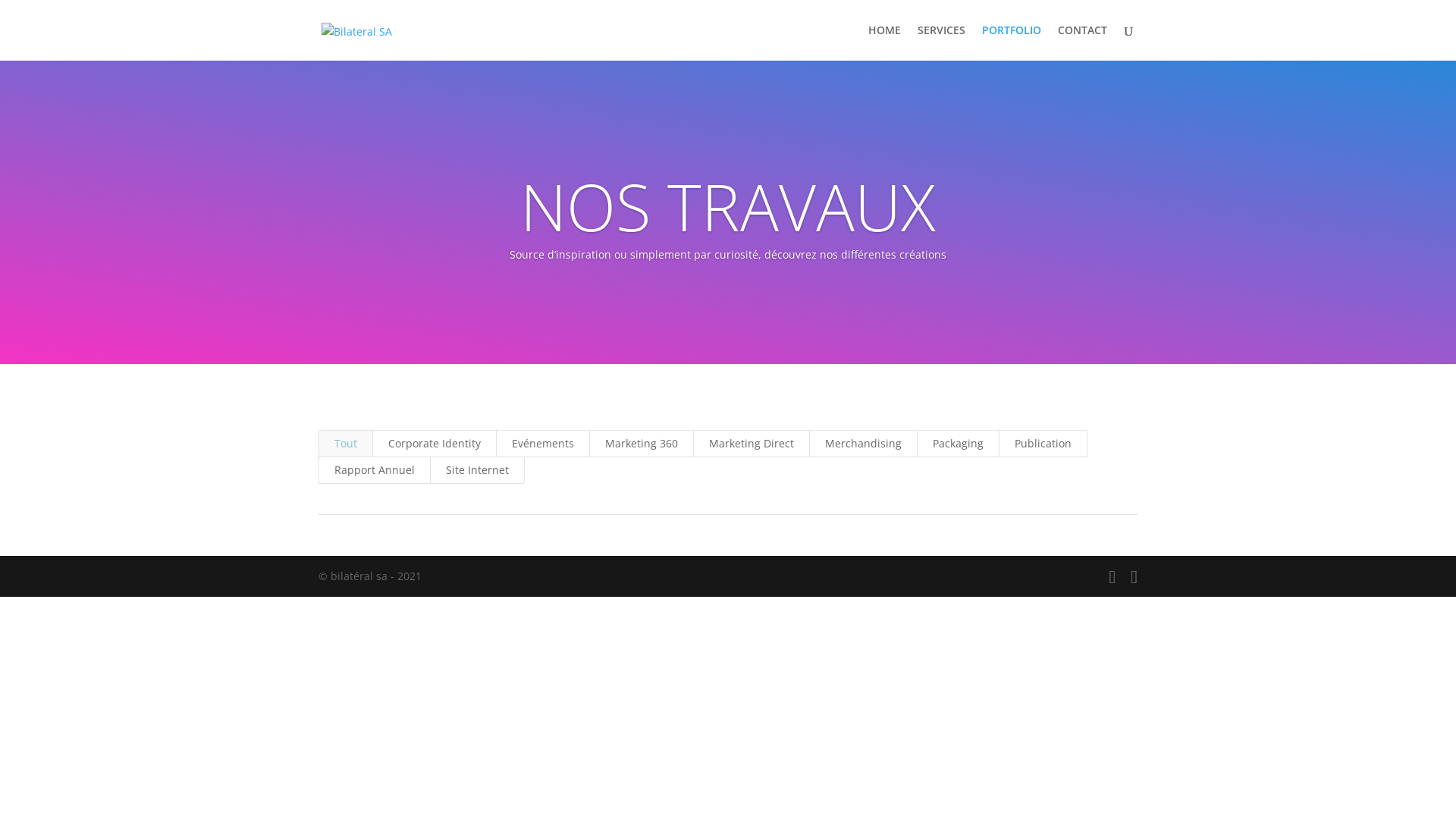  I want to click on 'Corporate Identity', so click(372, 444).